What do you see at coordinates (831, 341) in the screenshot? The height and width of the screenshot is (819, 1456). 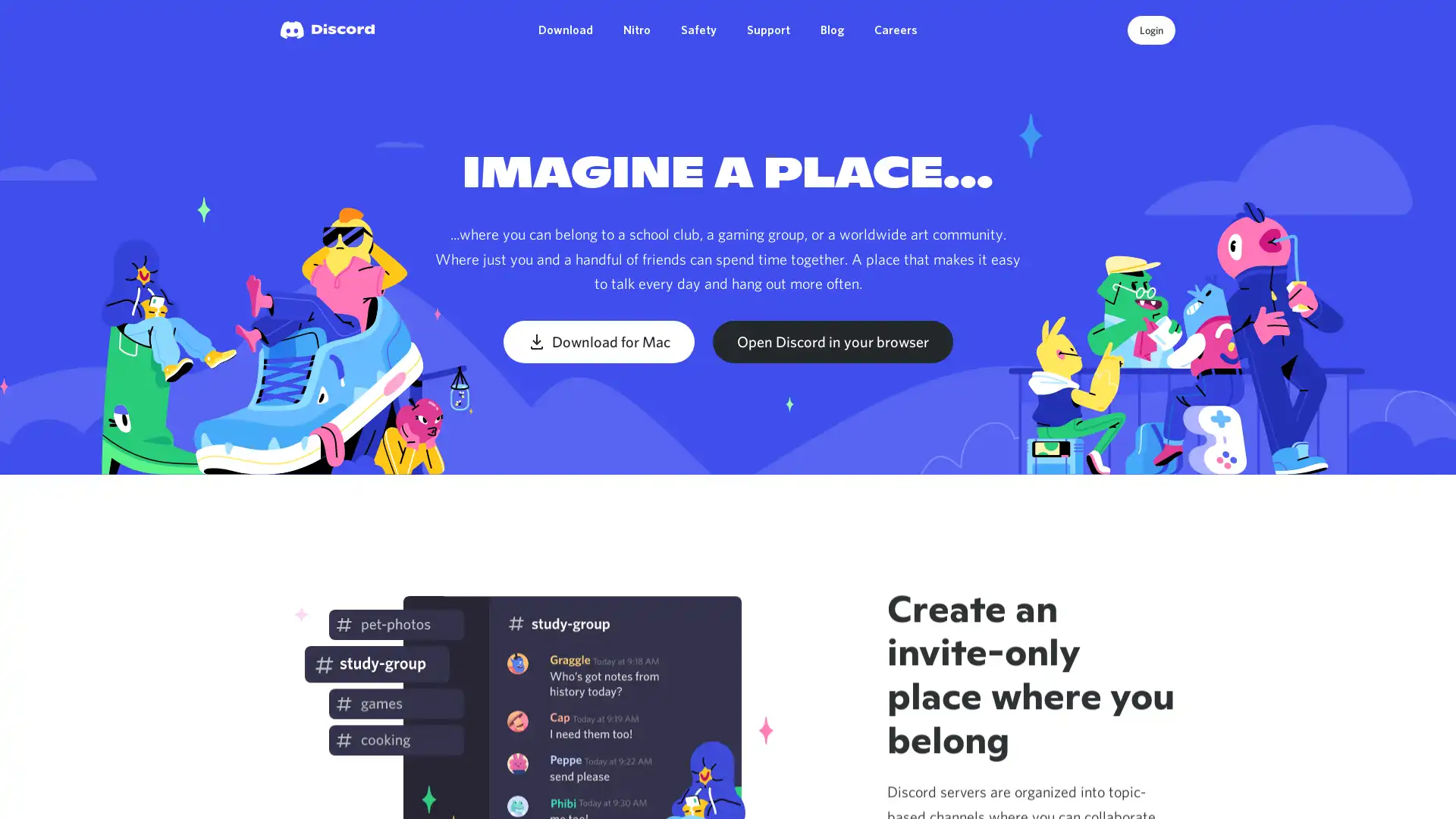 I see `Open Discord in your browser` at bounding box center [831, 341].